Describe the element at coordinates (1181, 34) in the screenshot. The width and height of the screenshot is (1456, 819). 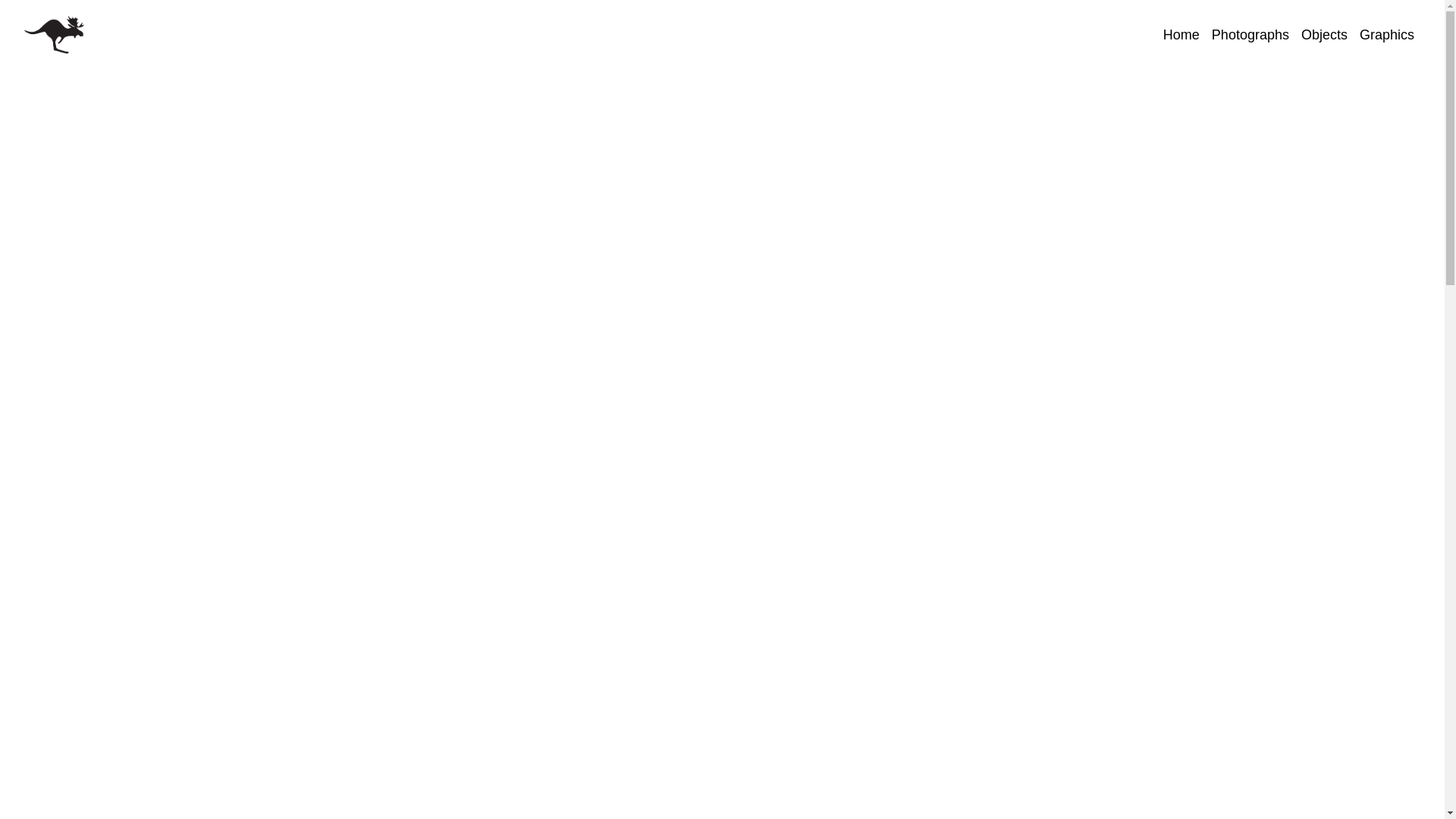
I see `'Home'` at that location.